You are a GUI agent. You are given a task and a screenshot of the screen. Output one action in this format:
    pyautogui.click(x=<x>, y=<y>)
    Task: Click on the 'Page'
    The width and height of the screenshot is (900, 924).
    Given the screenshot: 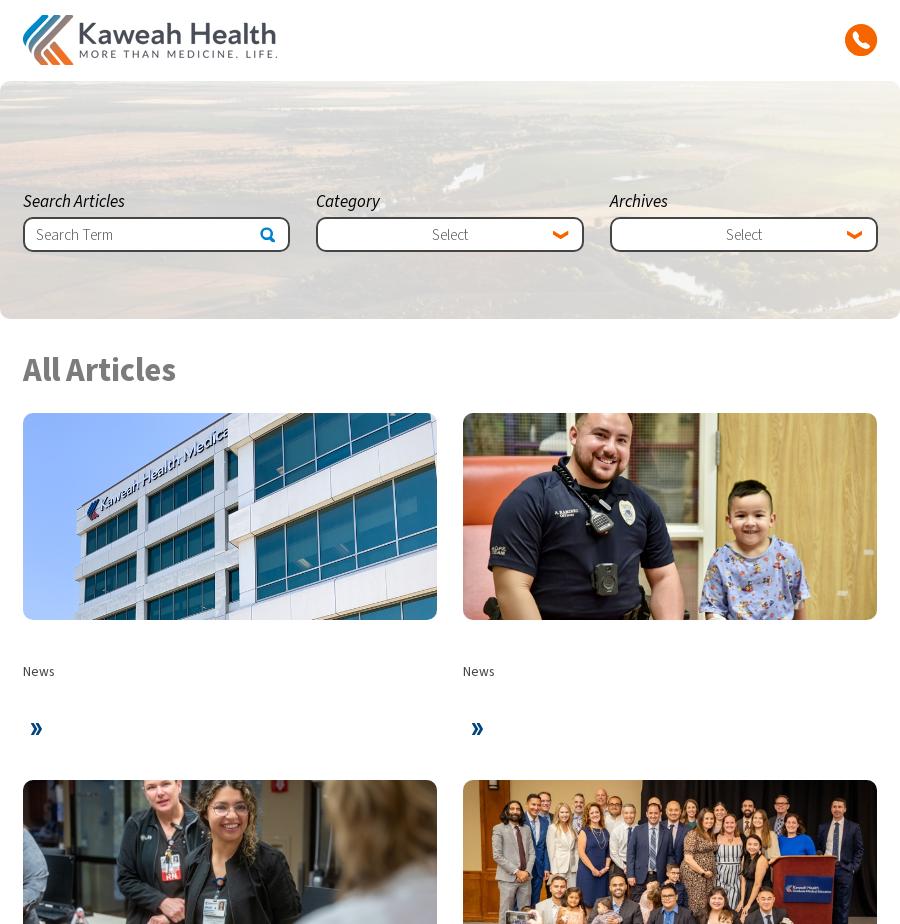 What is the action you would take?
    pyautogui.click(x=761, y=442)
    